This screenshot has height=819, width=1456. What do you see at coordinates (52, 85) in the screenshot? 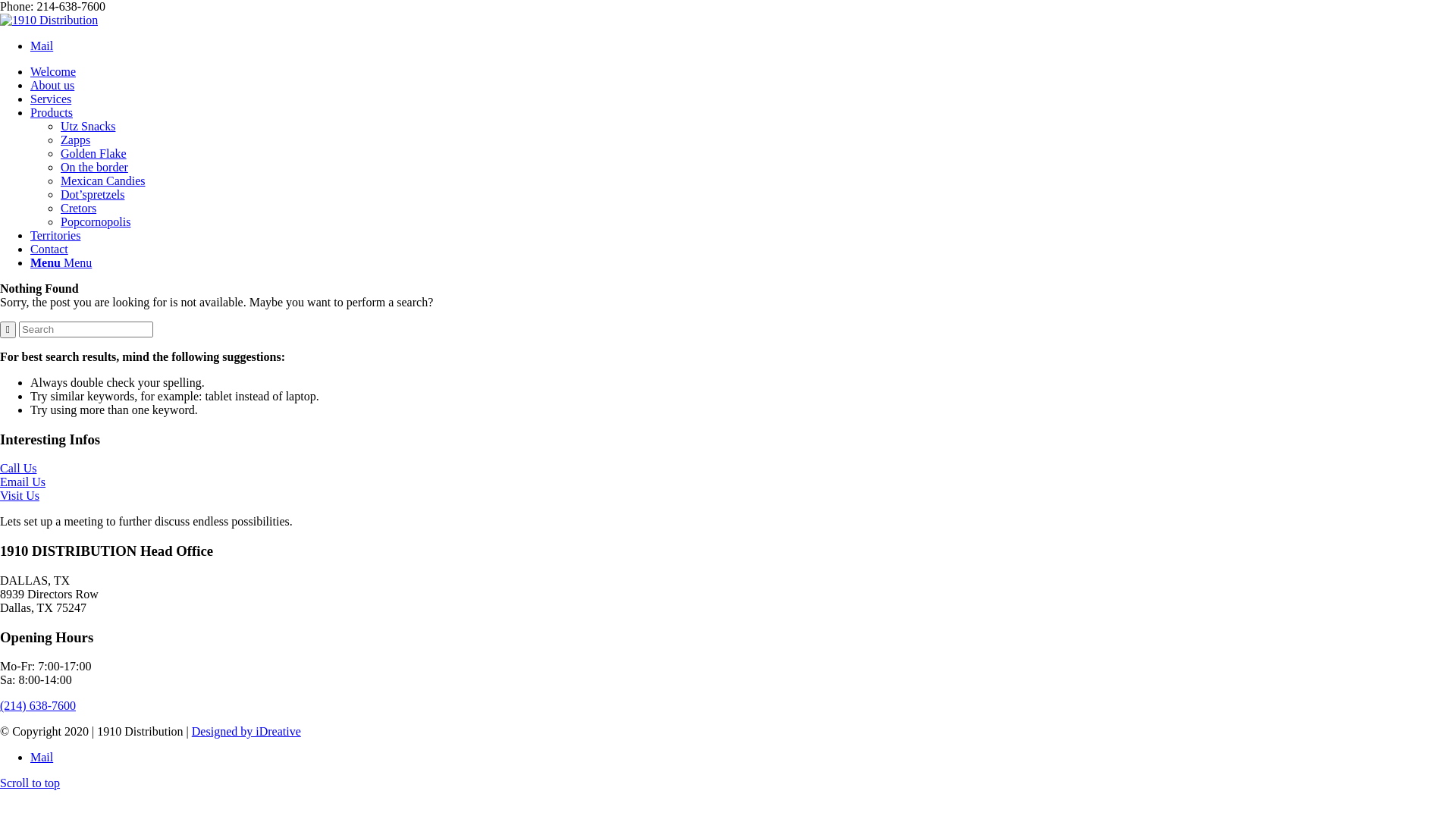
I see `'About us'` at bounding box center [52, 85].